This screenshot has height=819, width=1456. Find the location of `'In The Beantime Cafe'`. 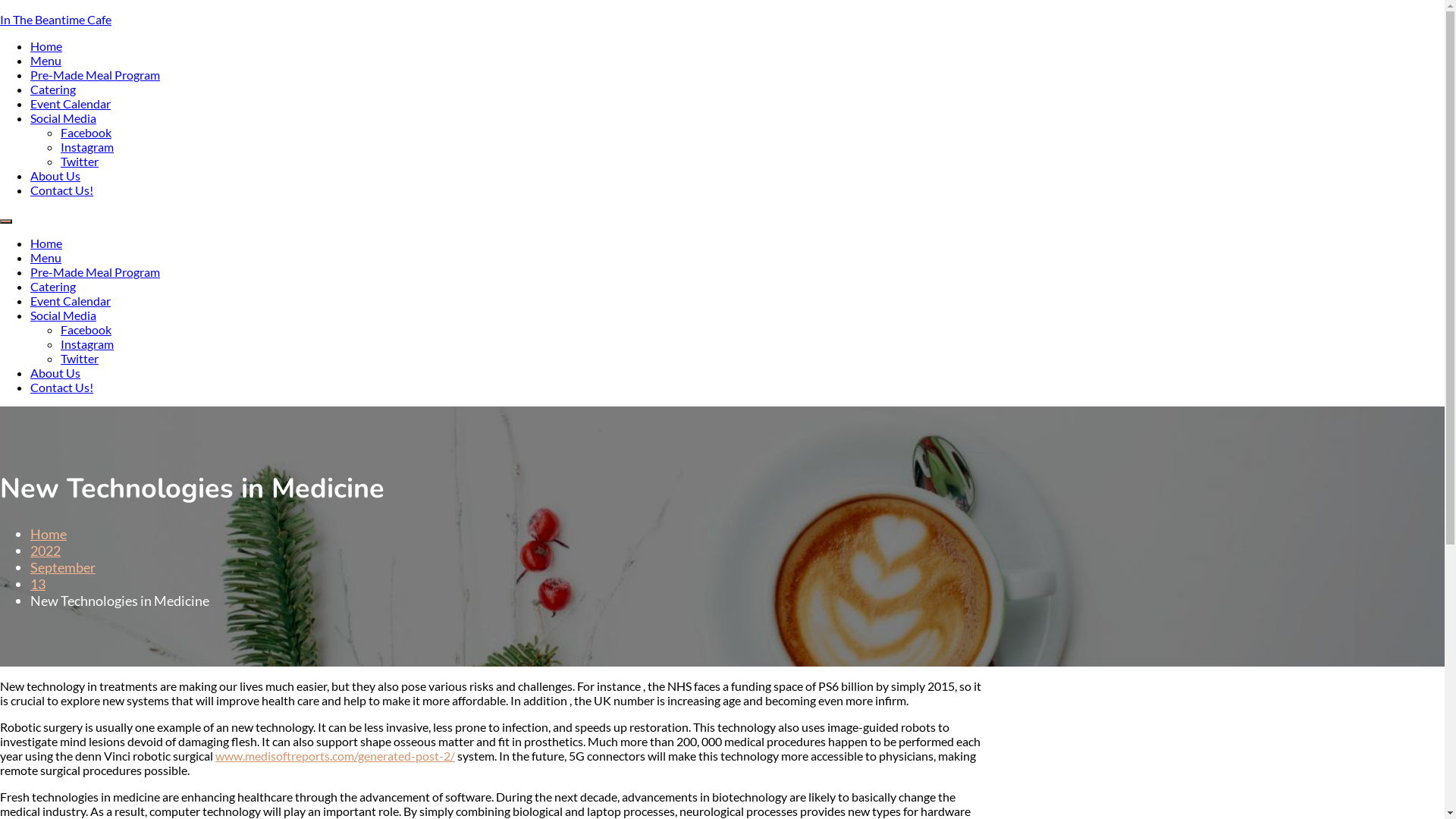

'In The Beantime Cafe' is located at coordinates (0, 19).